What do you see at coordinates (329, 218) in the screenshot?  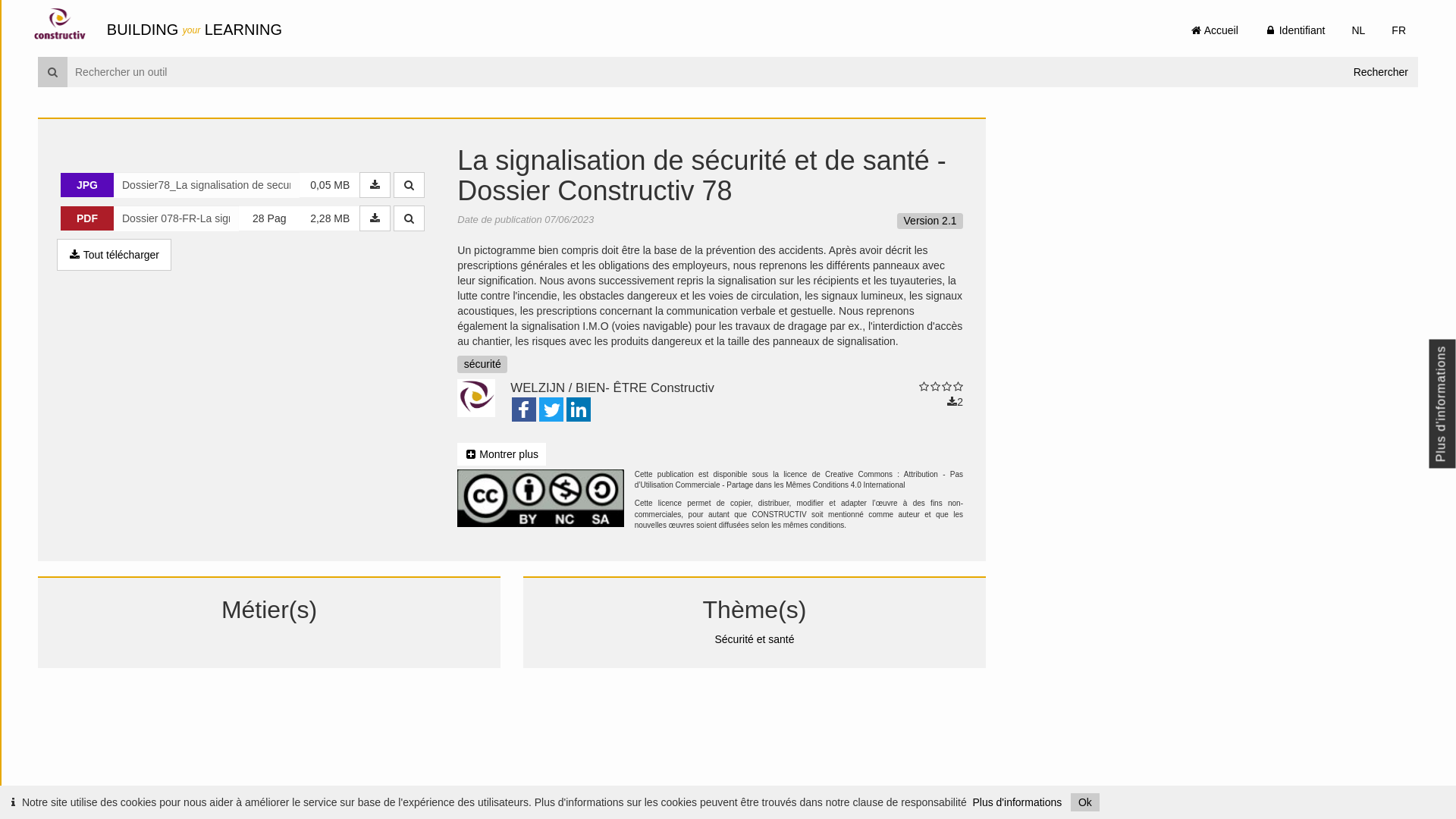 I see `'2,28 MB'` at bounding box center [329, 218].